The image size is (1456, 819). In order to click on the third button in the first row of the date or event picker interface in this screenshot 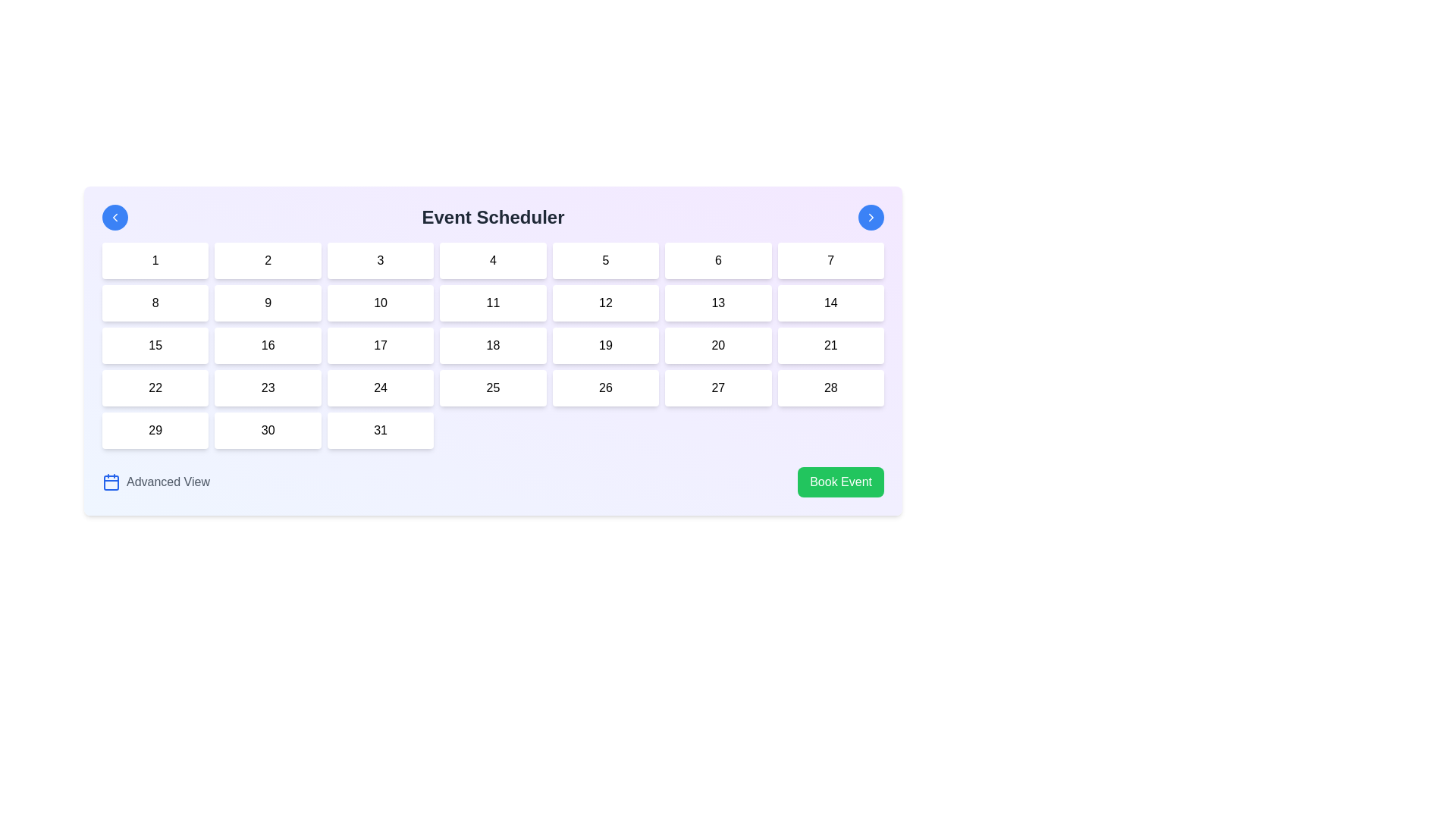, I will do `click(381, 259)`.